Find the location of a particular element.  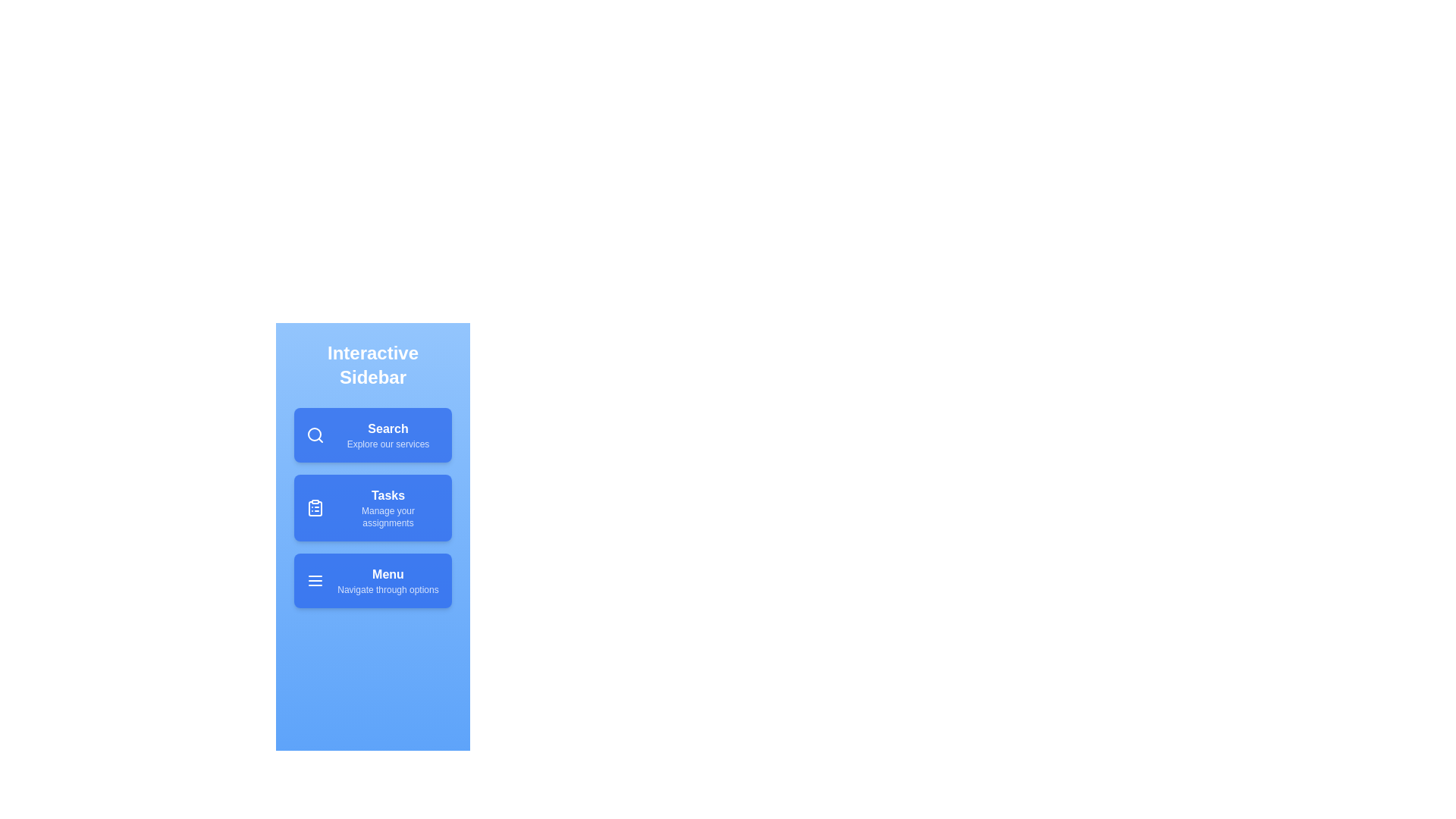

the menu item Menu to see the hover effect is located at coordinates (372, 580).